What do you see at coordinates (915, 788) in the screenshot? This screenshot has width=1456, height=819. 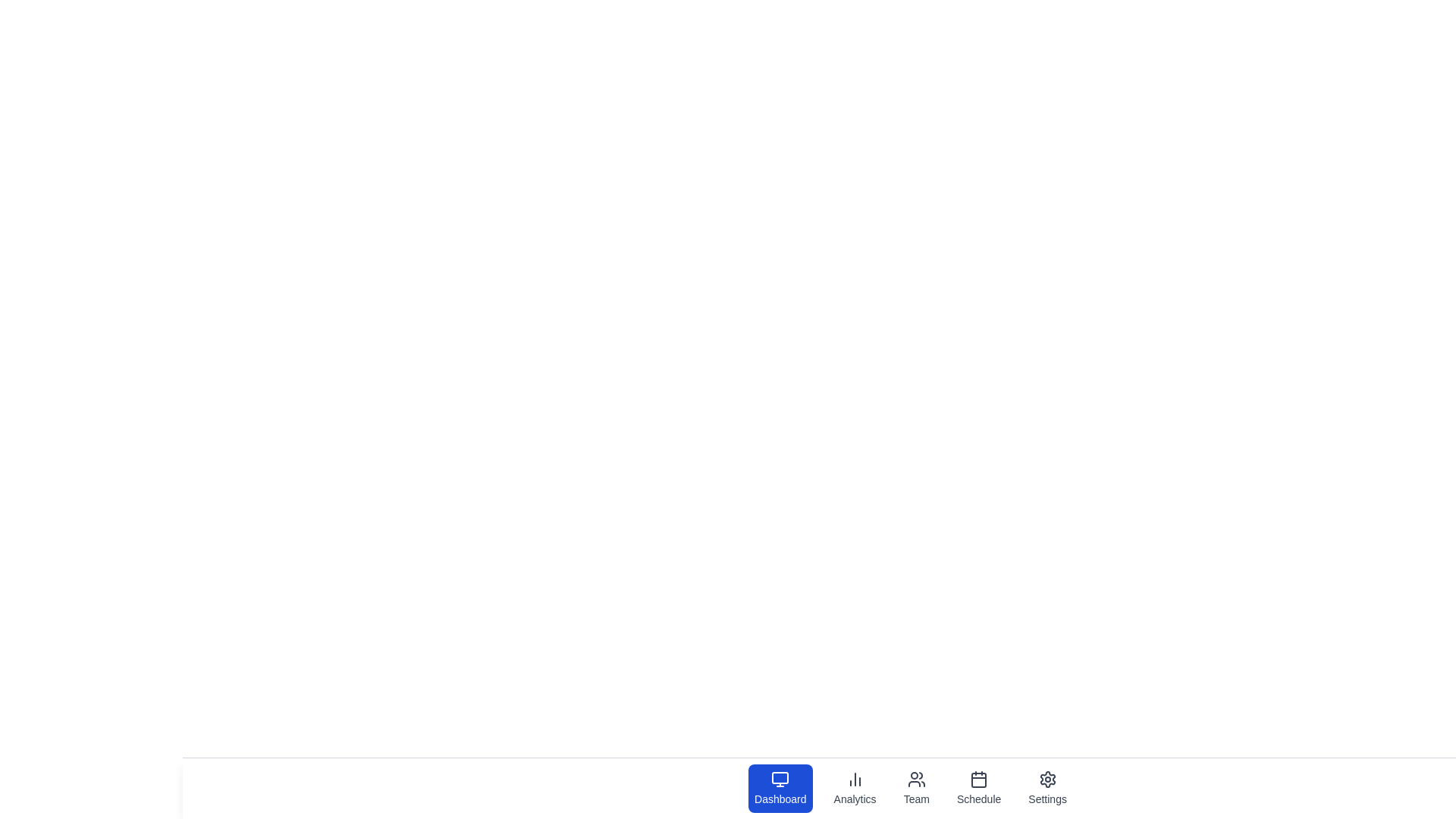 I see `the tab labeled Team by clicking on its icon or label` at bounding box center [915, 788].